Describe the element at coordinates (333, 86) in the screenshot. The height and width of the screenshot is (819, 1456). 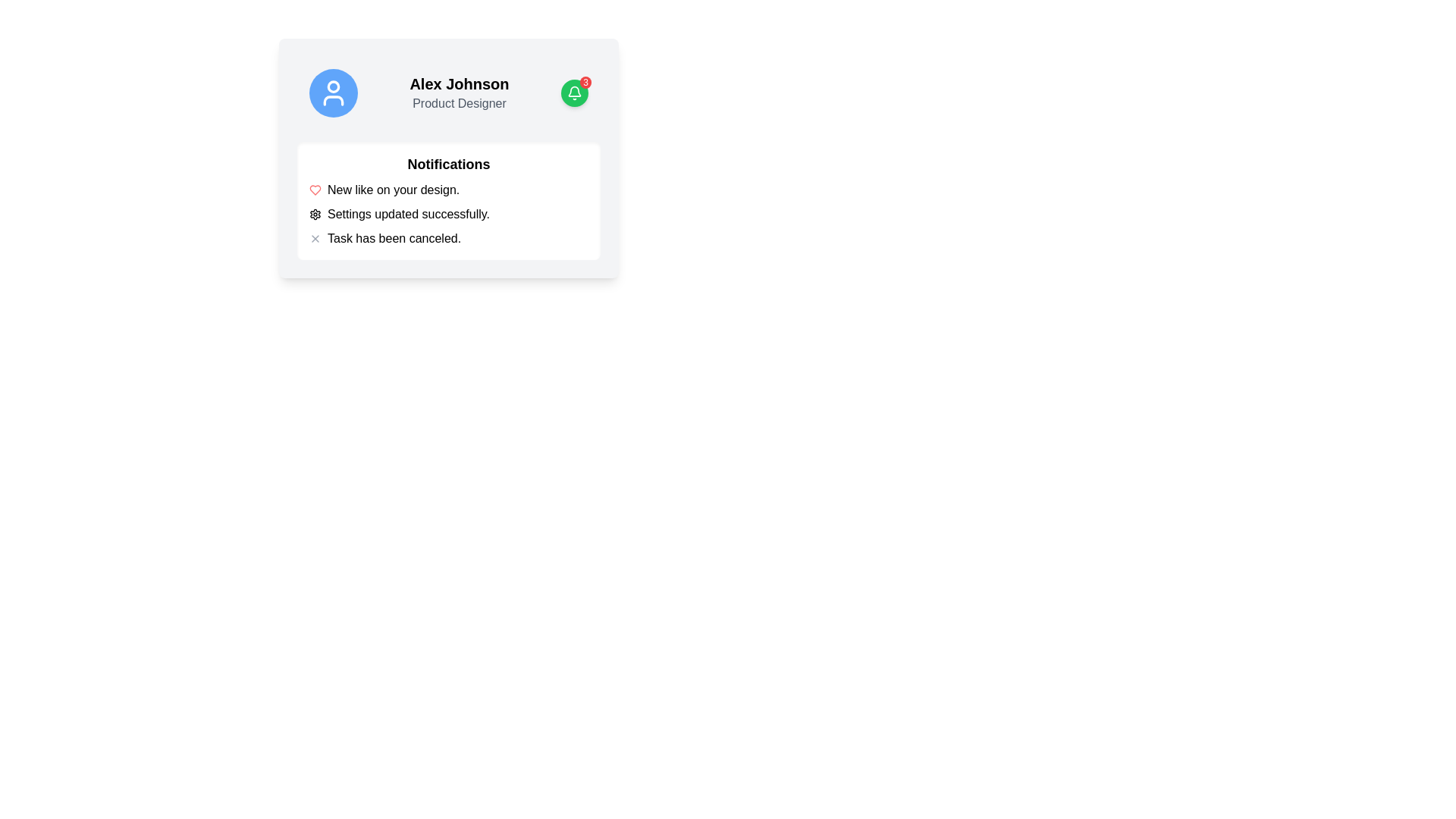
I see `the circular graphical component representing the head in the user icon, which is part of the SVG icon` at that location.